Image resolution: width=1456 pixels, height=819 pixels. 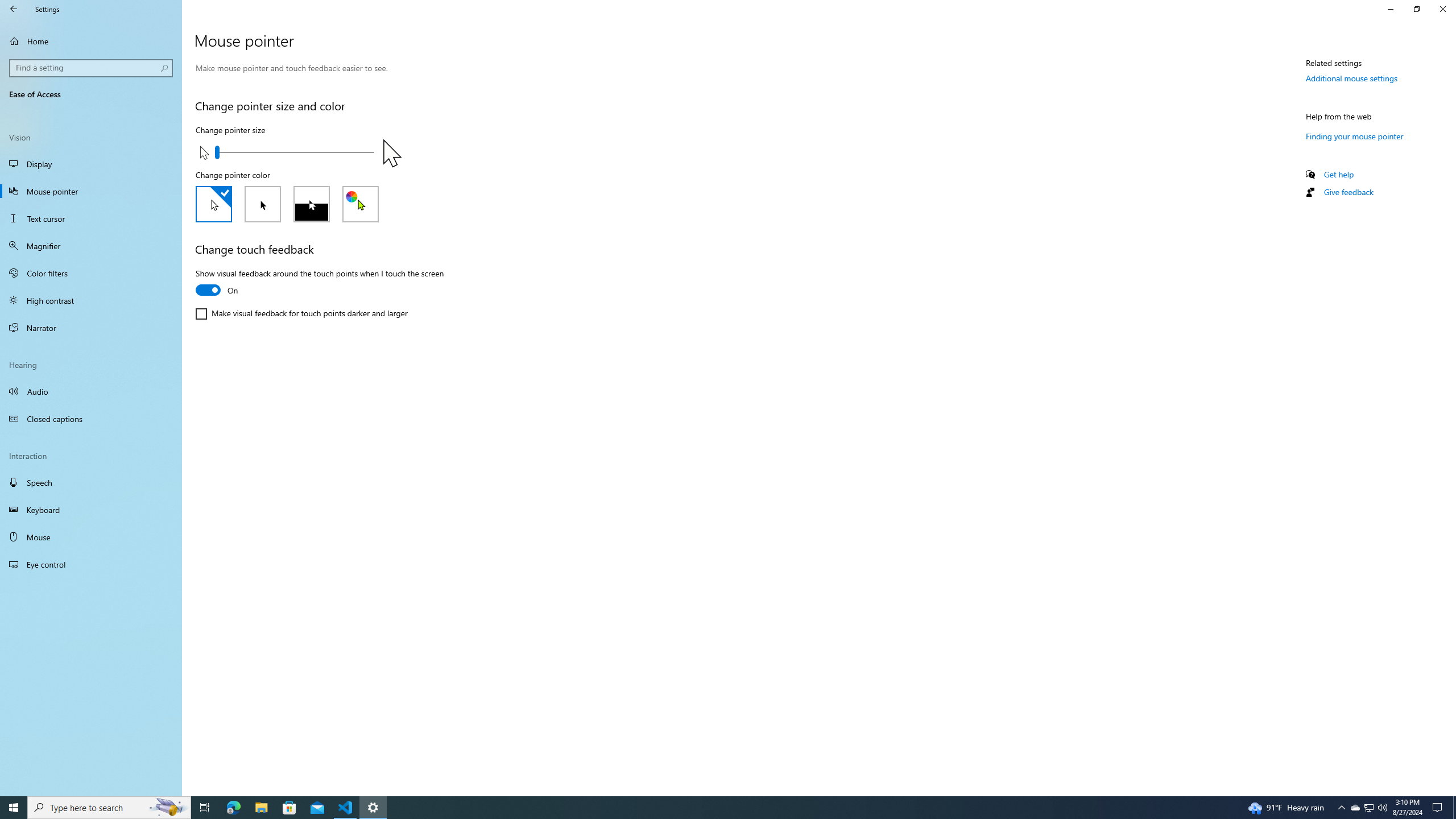 What do you see at coordinates (262, 204) in the screenshot?
I see `'Black'` at bounding box center [262, 204].